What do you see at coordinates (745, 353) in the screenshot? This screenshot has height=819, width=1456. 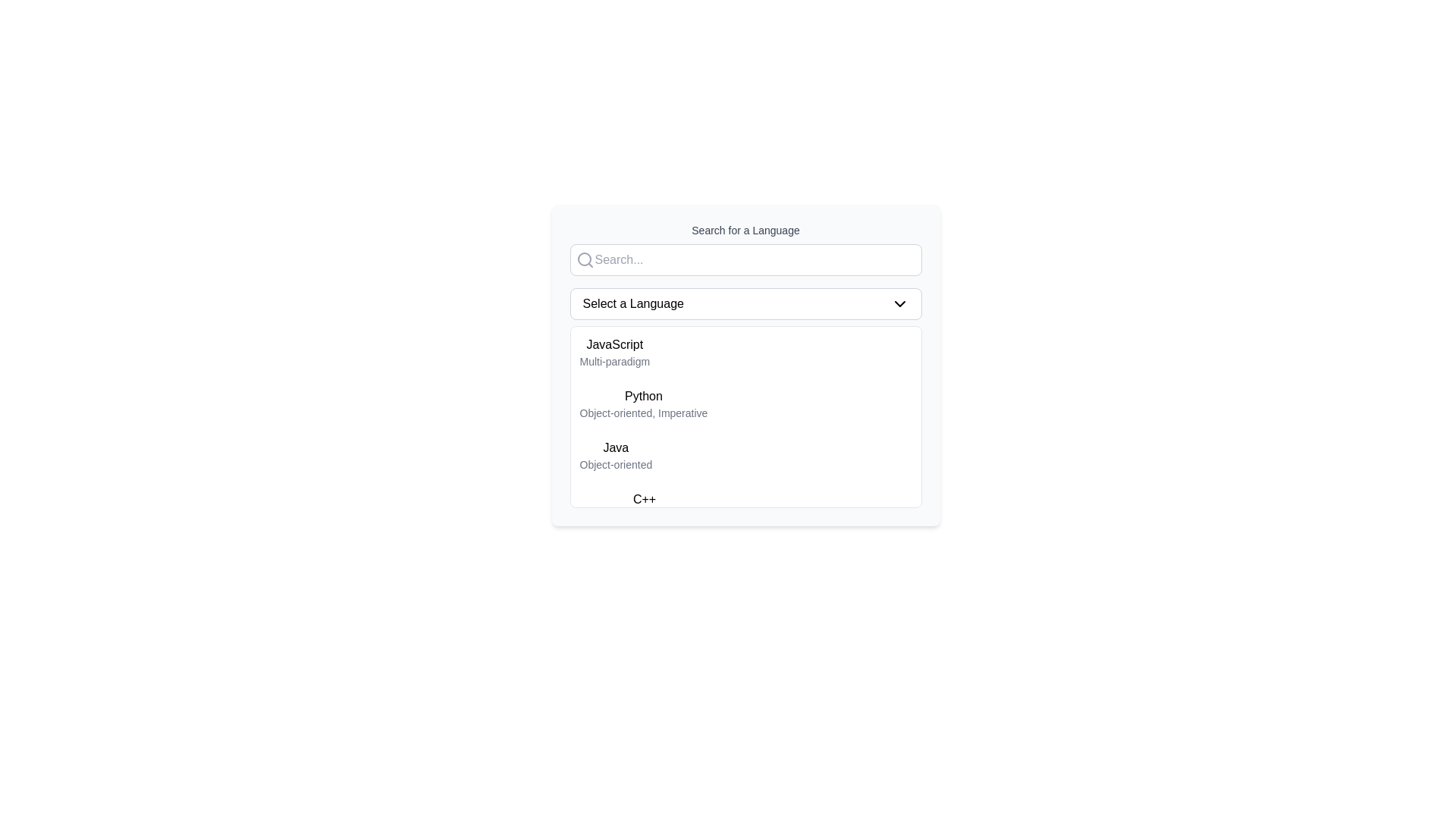 I see `the first list item displaying 'JavaScript' in bold followed by 'Multi-paradigm' in a smaller font, located below the 'Select a Language' dropdown` at bounding box center [745, 353].